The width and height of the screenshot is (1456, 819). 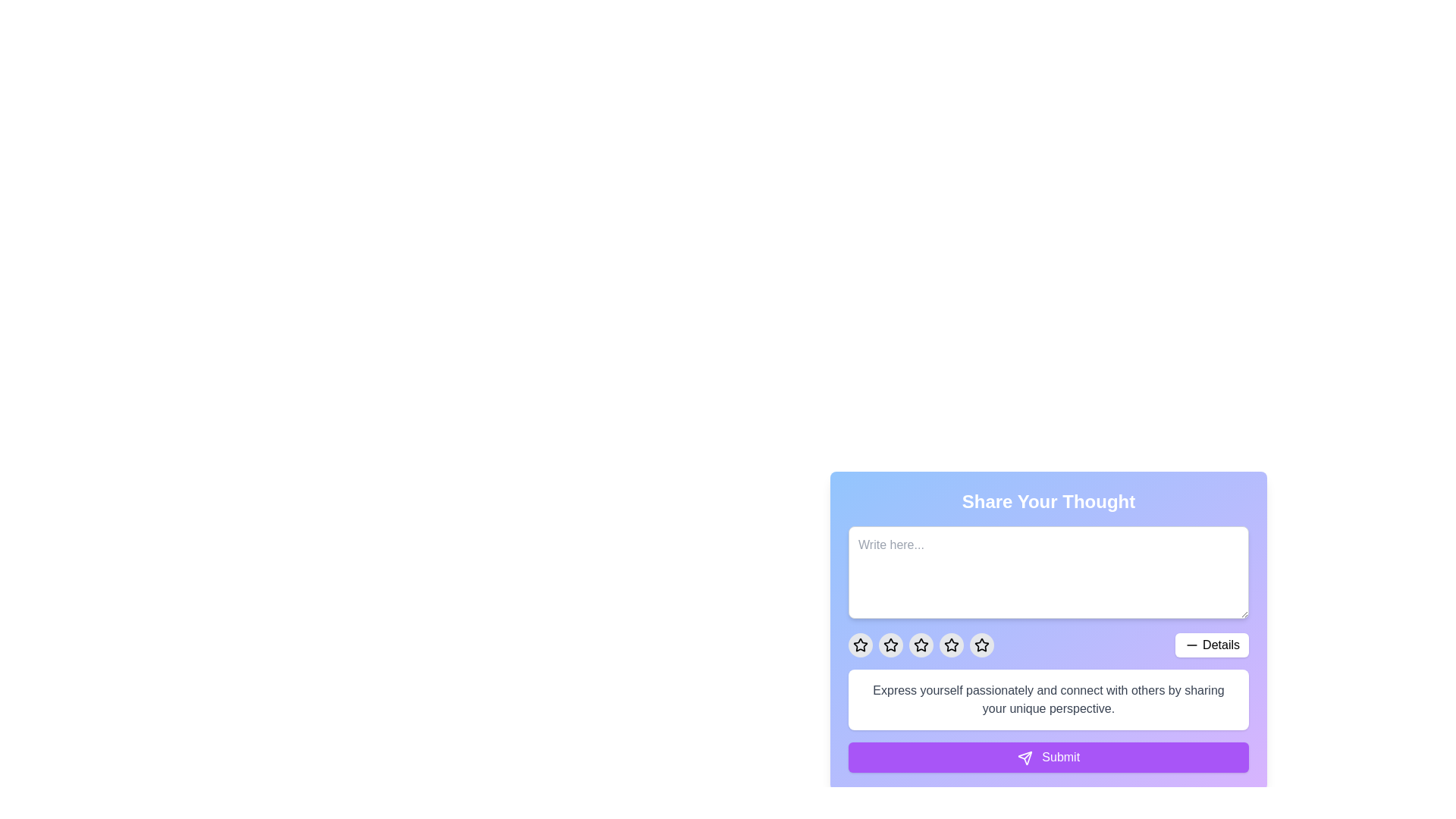 I want to click on the 'Submit' button with a bright purple background and white text for accessibility navigation, so click(x=1047, y=758).